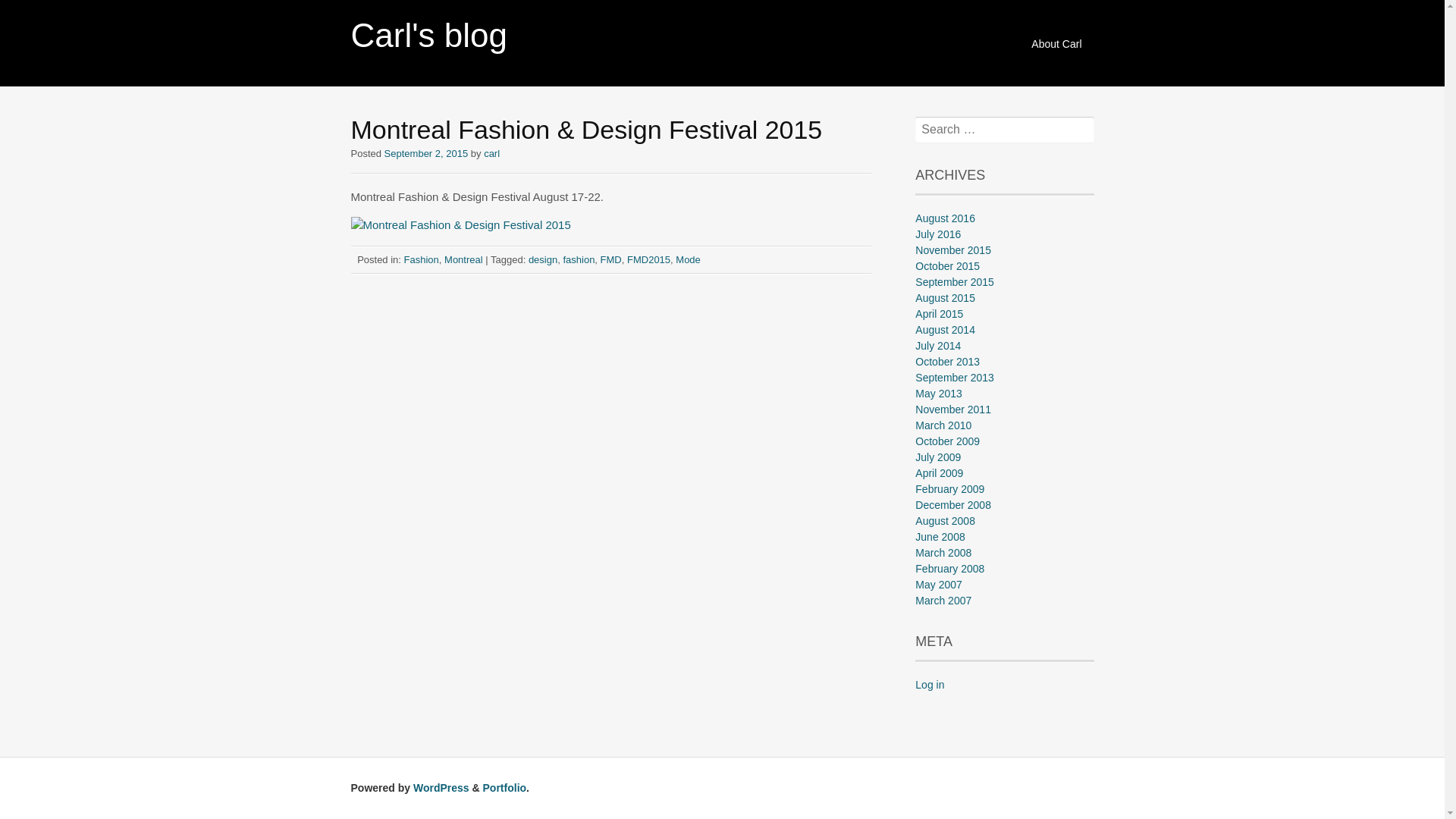 The height and width of the screenshot is (819, 1456). Describe the element at coordinates (946, 265) in the screenshot. I see `'October 2015'` at that location.